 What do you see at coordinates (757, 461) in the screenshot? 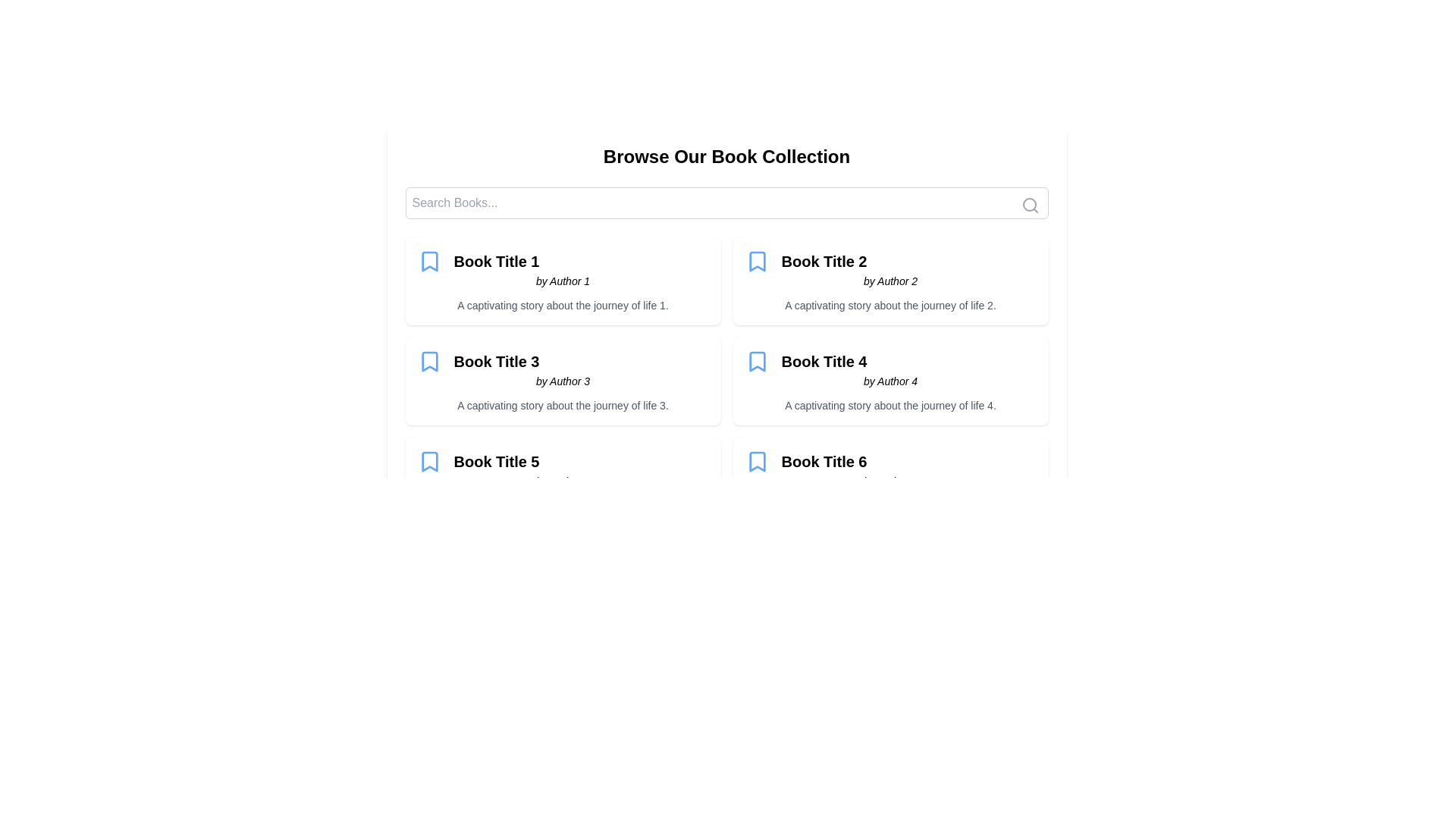
I see `the bookmark icon located to the left of 'Book Title 6' in the lower-right section of the book listings to bookmark the item` at bounding box center [757, 461].